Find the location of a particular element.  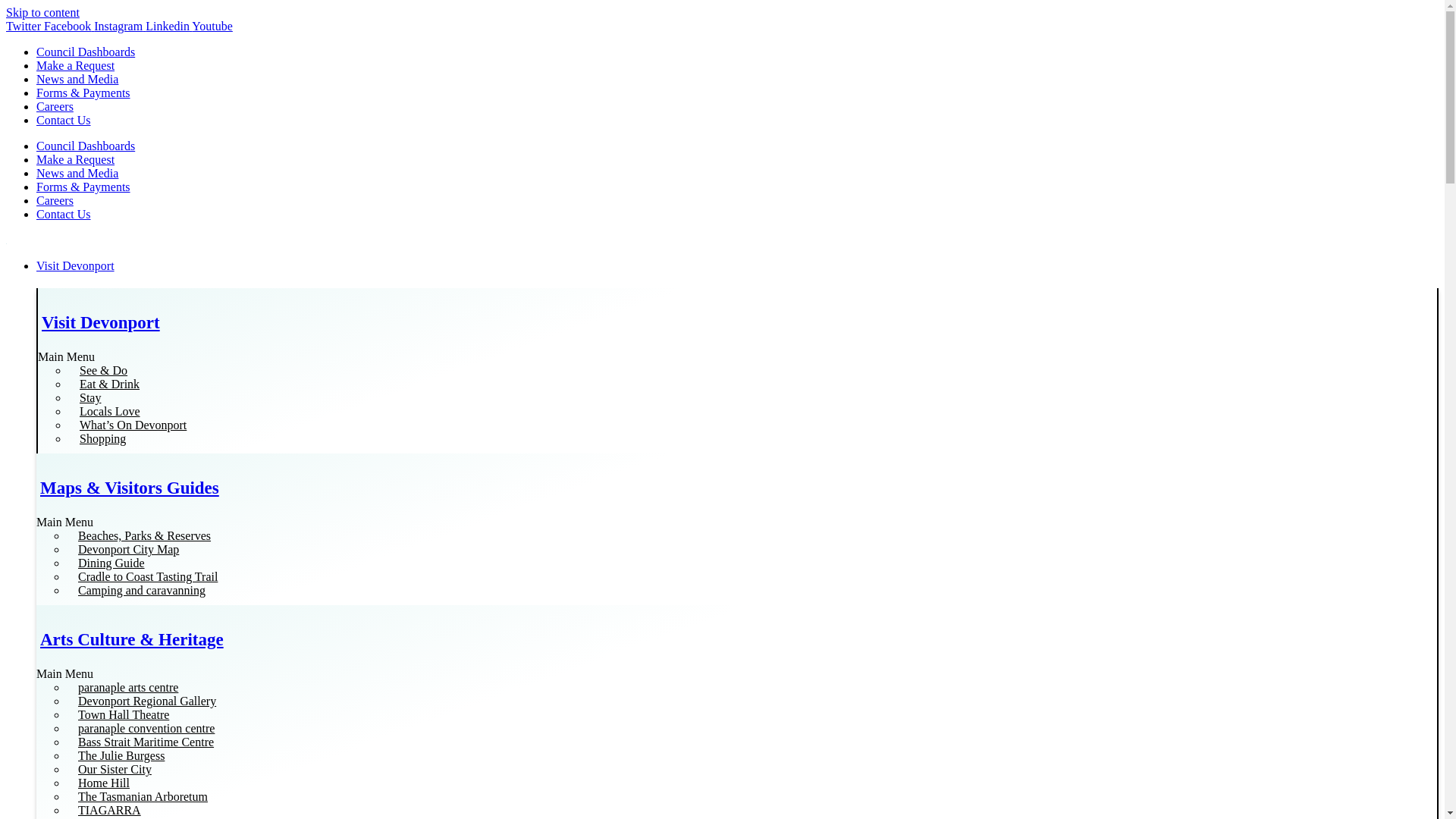

'Locals Love' is located at coordinates (108, 411).